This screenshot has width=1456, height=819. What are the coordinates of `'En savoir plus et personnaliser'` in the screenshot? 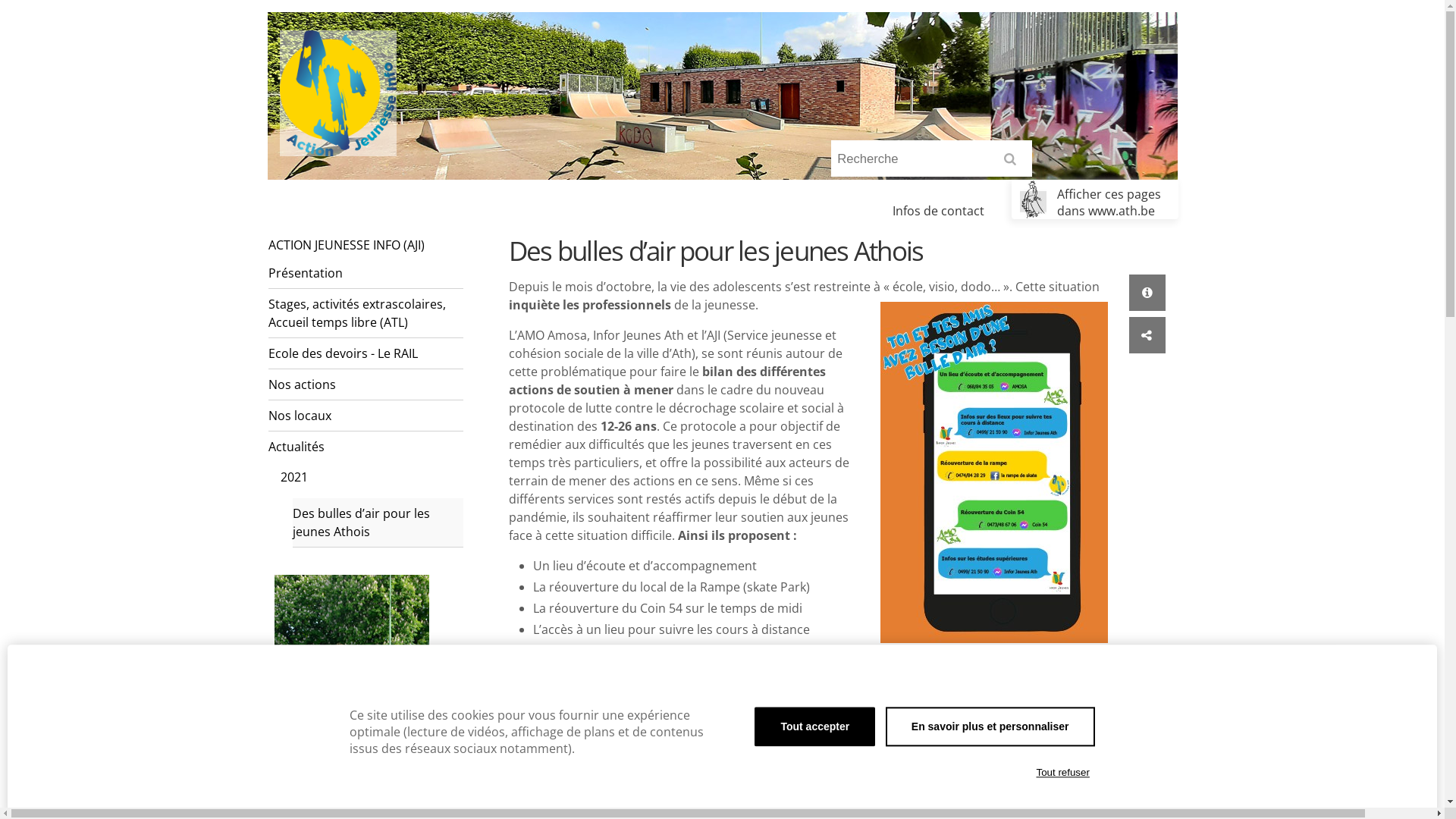 It's located at (885, 725).